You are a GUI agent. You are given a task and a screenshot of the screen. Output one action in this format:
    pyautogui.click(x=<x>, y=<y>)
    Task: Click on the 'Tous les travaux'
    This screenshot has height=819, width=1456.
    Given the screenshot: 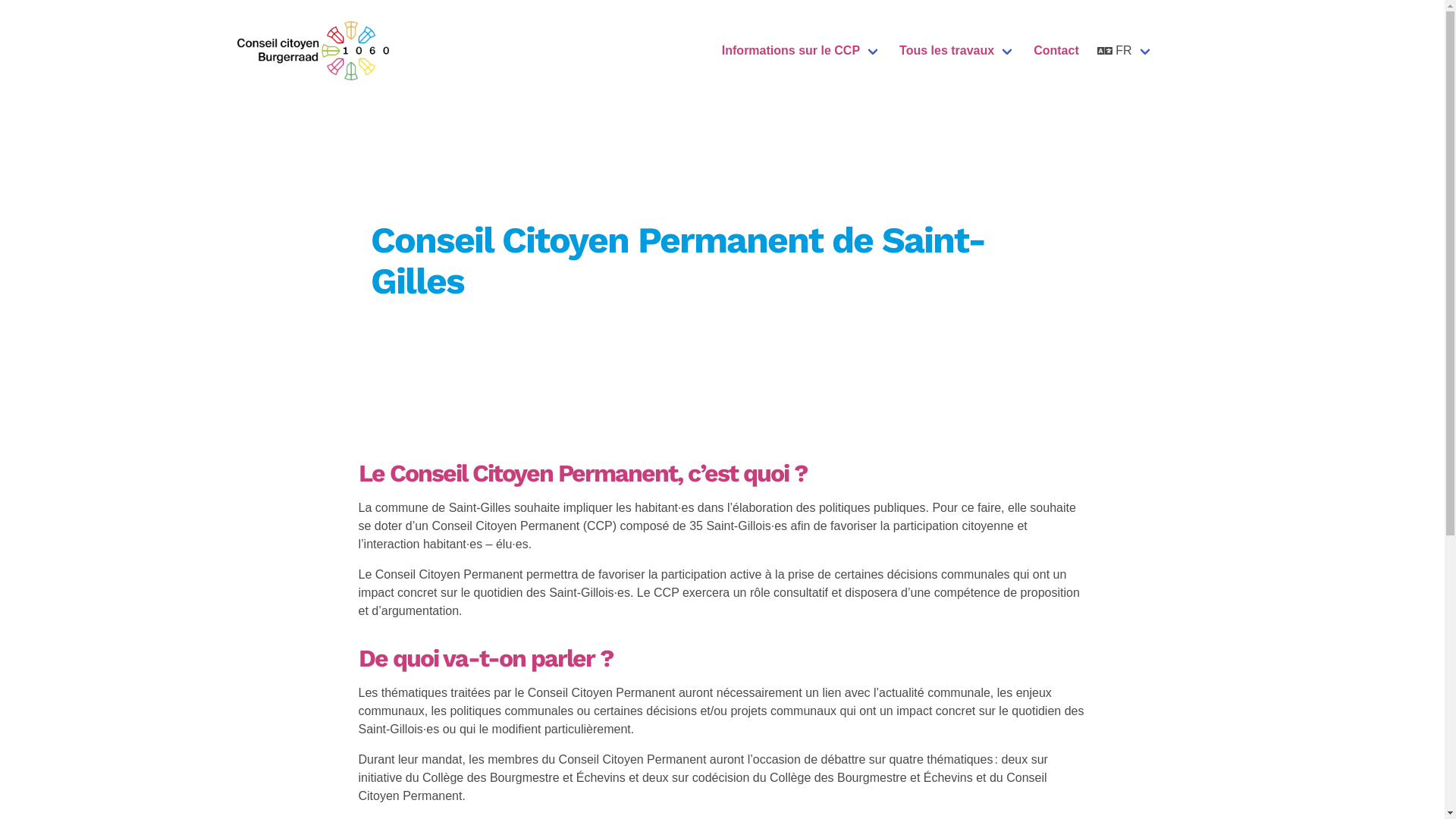 What is the action you would take?
    pyautogui.click(x=956, y=49)
    